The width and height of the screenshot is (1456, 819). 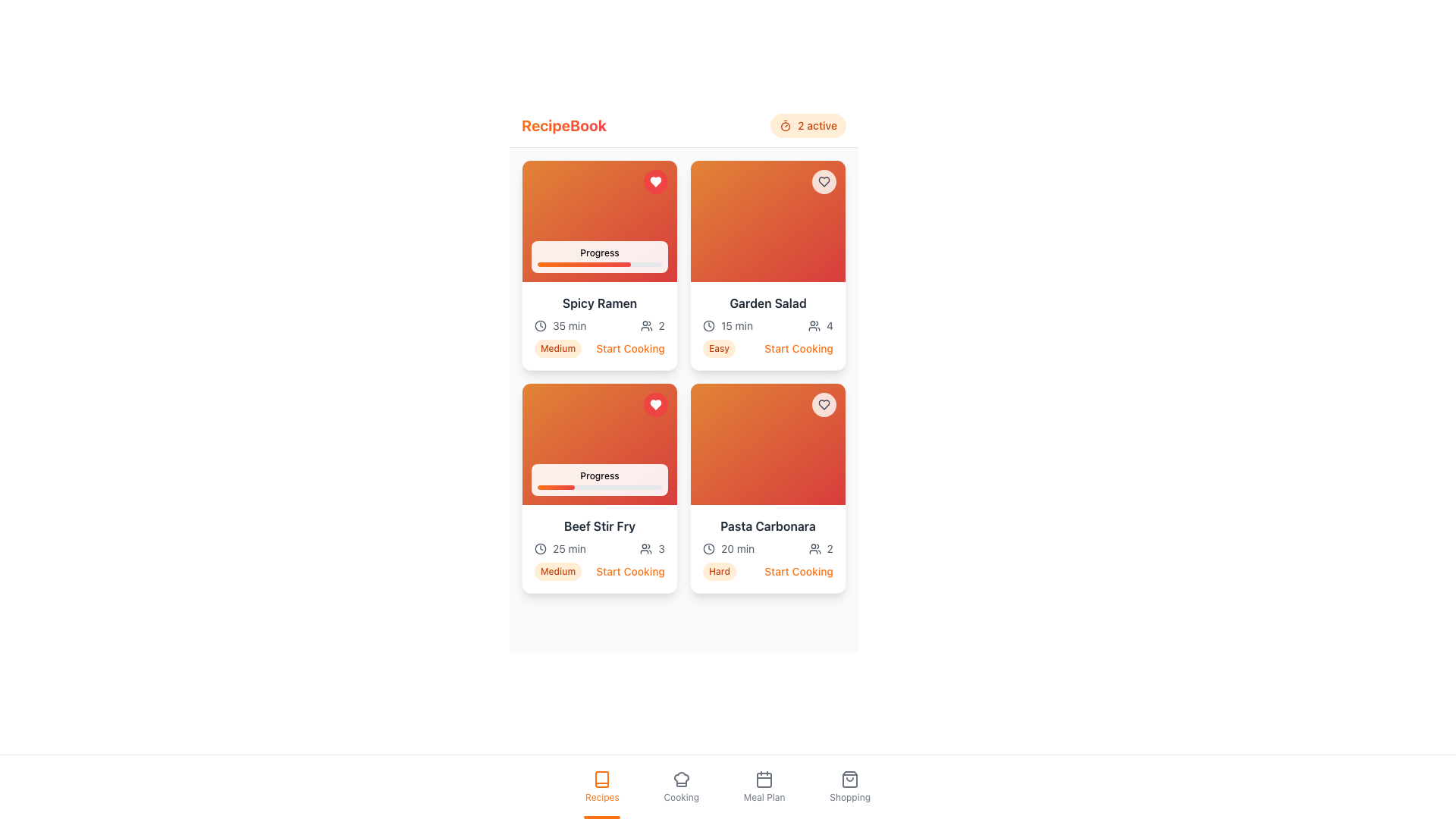 I want to click on the timer icon, which is a line drawing styled in orange, located at the start of the badge component labeled '2 active', near the title 'RecipeBook', so click(x=786, y=124).